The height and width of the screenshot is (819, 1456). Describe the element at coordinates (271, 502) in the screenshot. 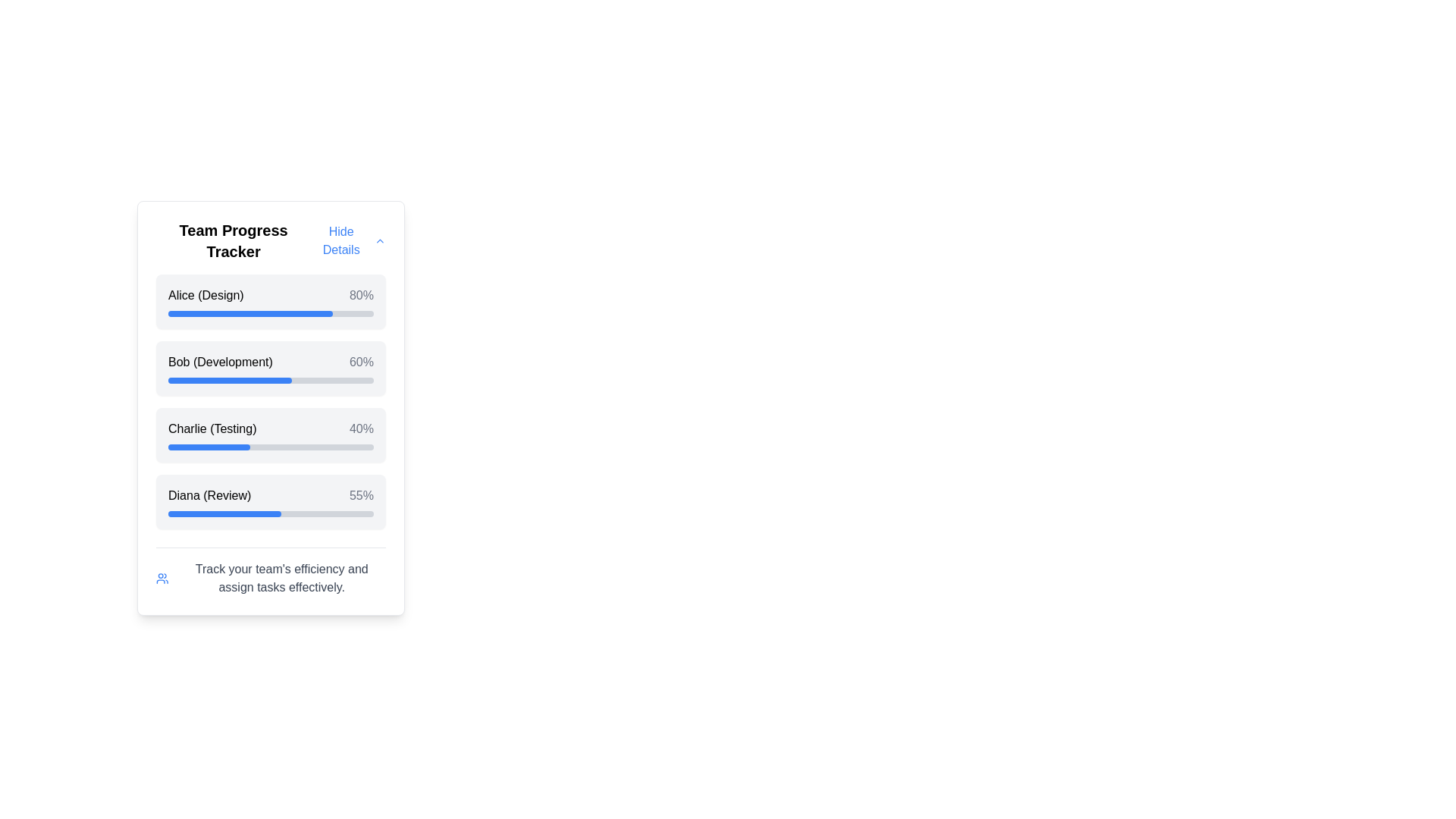

I see `the Progress card titled 'Diana (Review)' that displays a 55% progress bar, located at the bottom of the list of team progress cards` at that location.